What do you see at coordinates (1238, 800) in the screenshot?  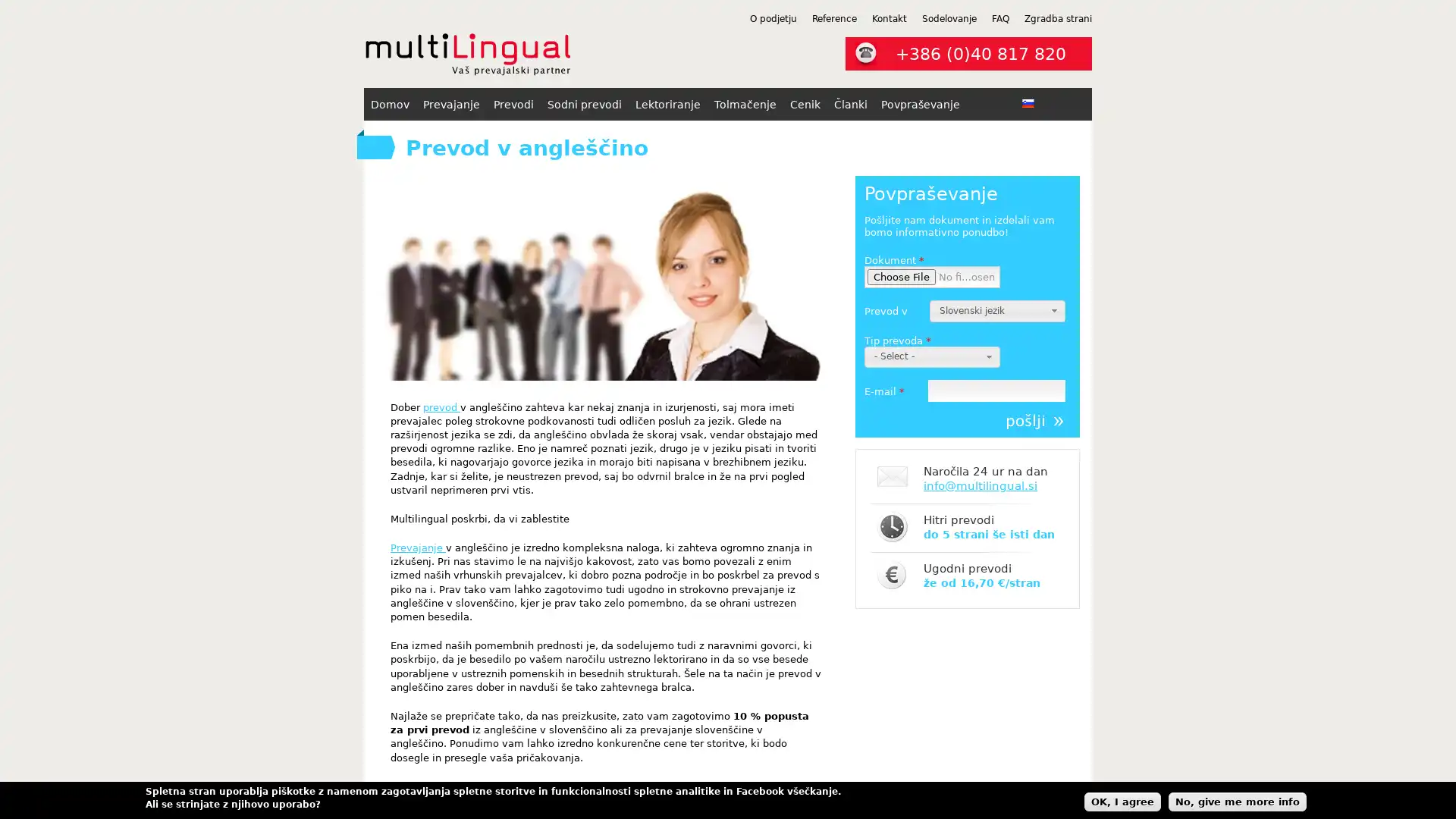 I see `No, give me more info` at bounding box center [1238, 800].